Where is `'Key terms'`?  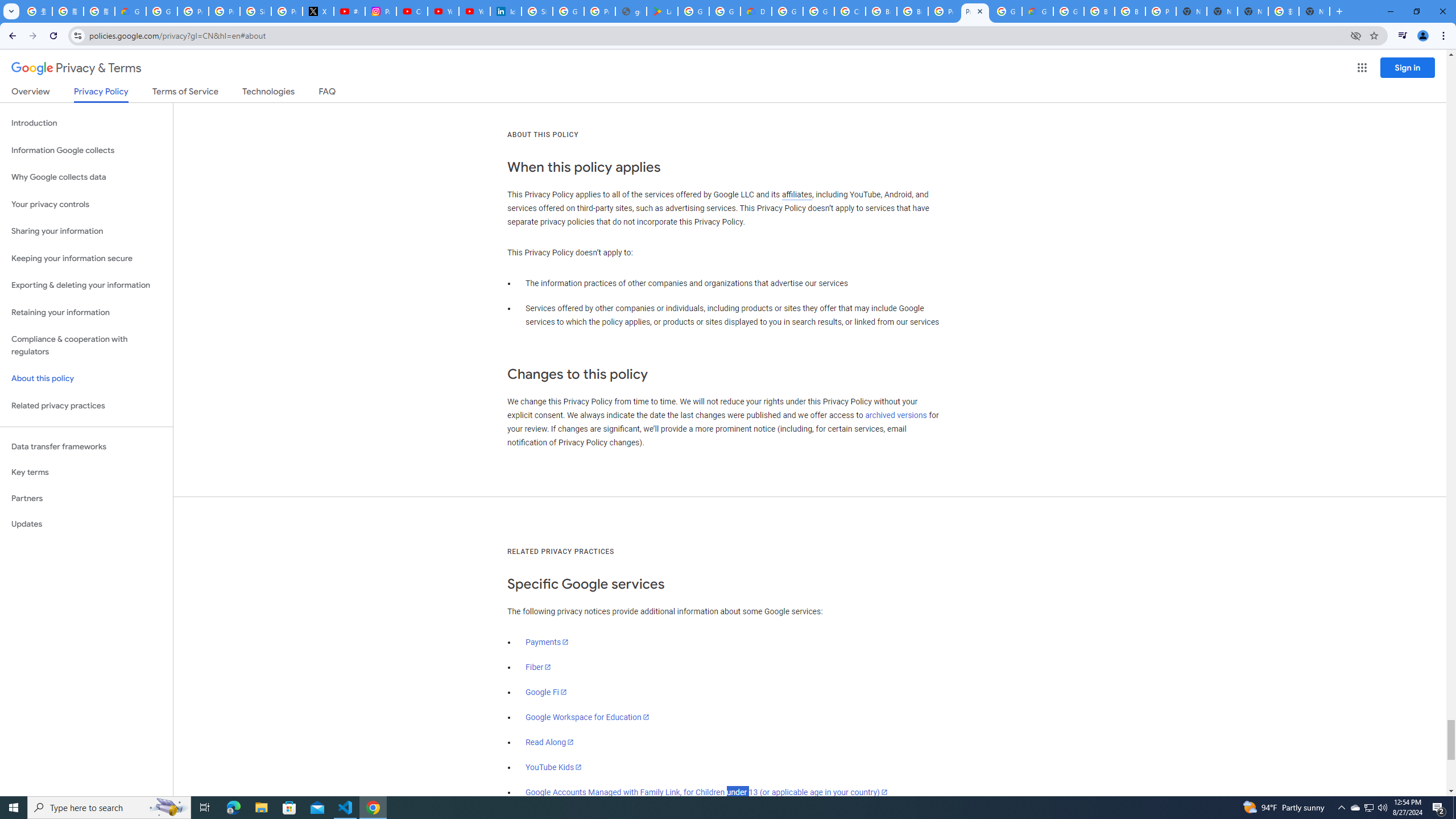 'Key terms' is located at coordinates (86, 472).